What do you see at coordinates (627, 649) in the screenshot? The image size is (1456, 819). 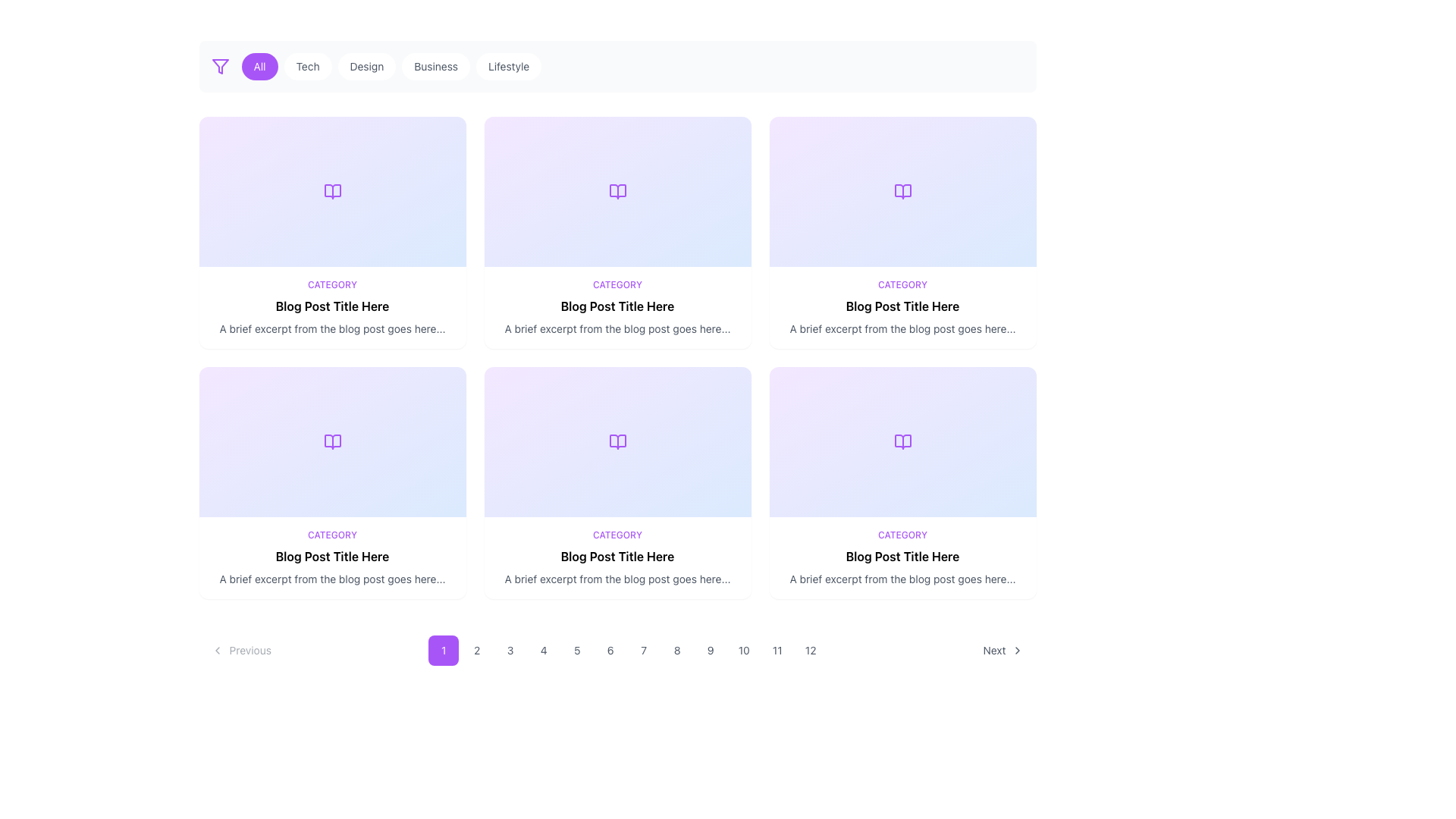 I see `the seventh number in the clickable numeric pagination element` at bounding box center [627, 649].